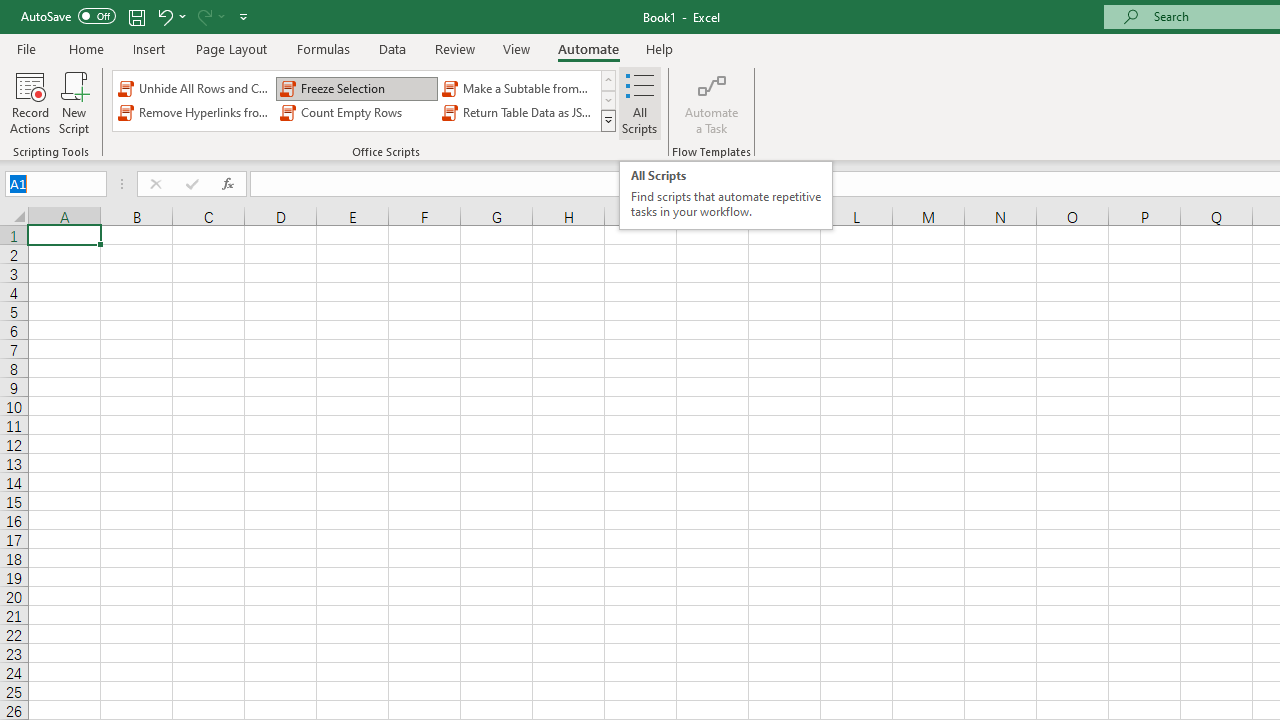 Image resolution: width=1280 pixels, height=720 pixels. What do you see at coordinates (30, 103) in the screenshot?
I see `'Record Actions'` at bounding box center [30, 103].